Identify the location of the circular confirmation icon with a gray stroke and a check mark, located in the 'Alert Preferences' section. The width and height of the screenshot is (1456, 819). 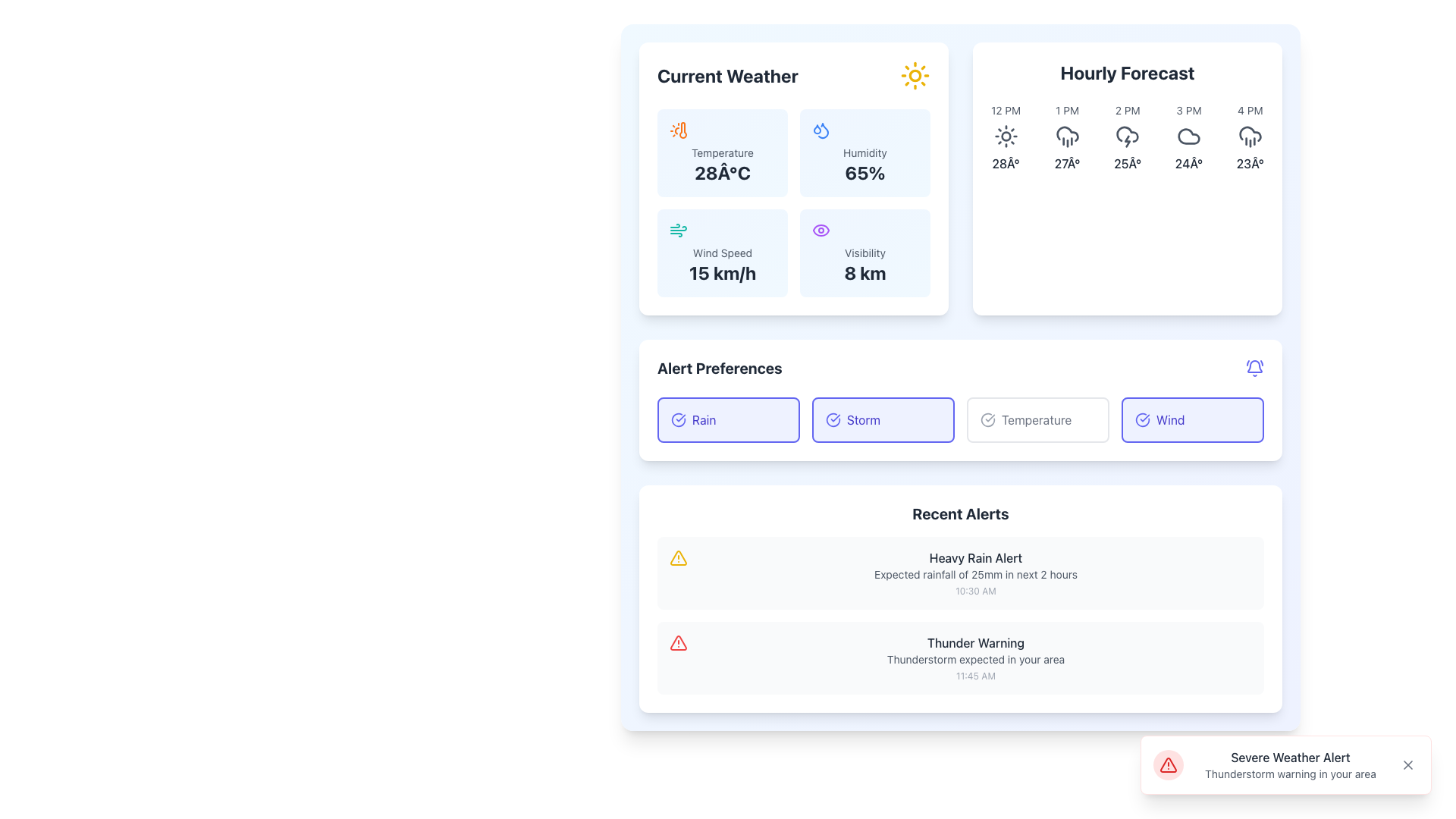
(987, 420).